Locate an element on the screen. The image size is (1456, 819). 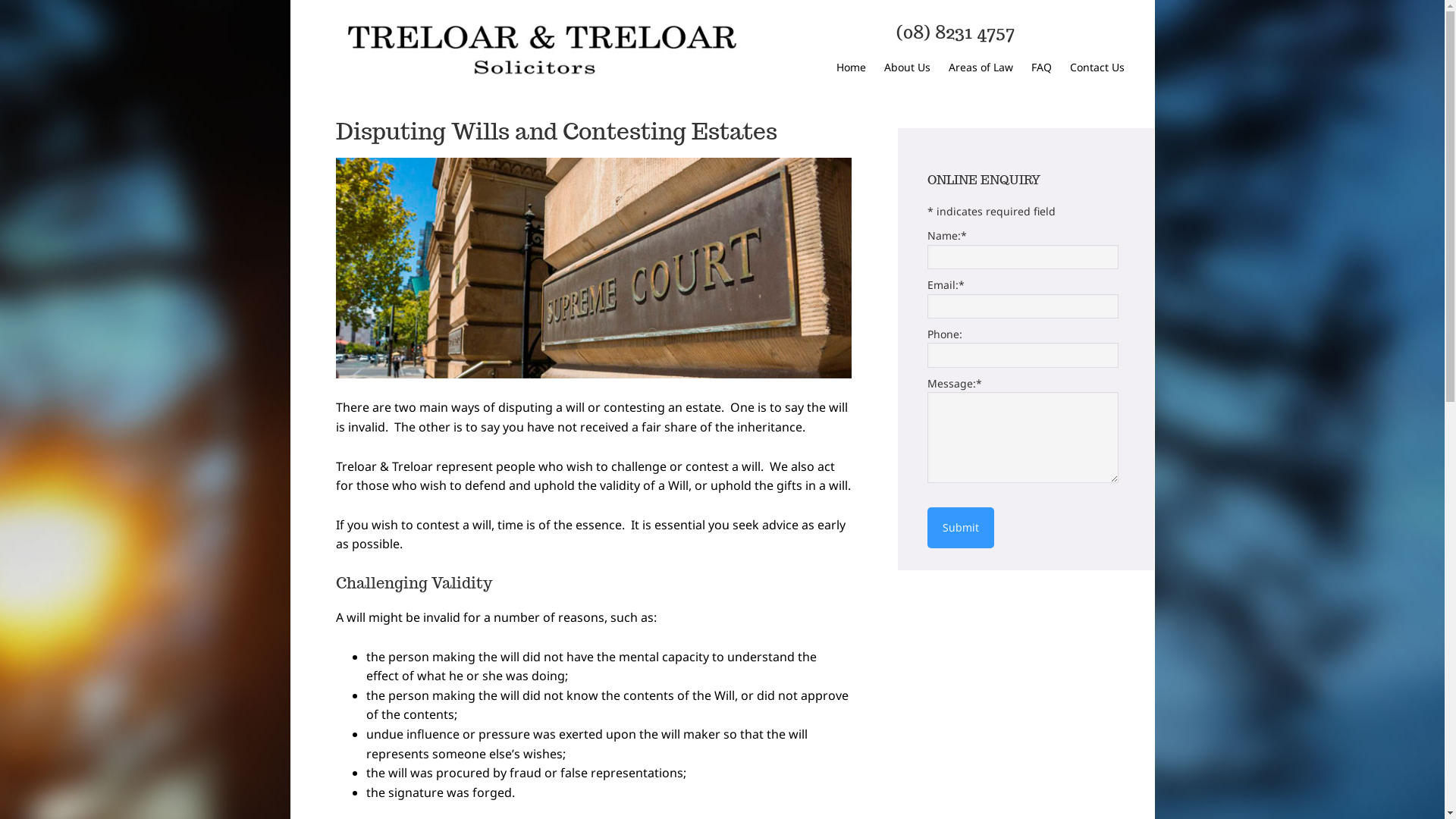
'FAQ' is located at coordinates (1040, 68).